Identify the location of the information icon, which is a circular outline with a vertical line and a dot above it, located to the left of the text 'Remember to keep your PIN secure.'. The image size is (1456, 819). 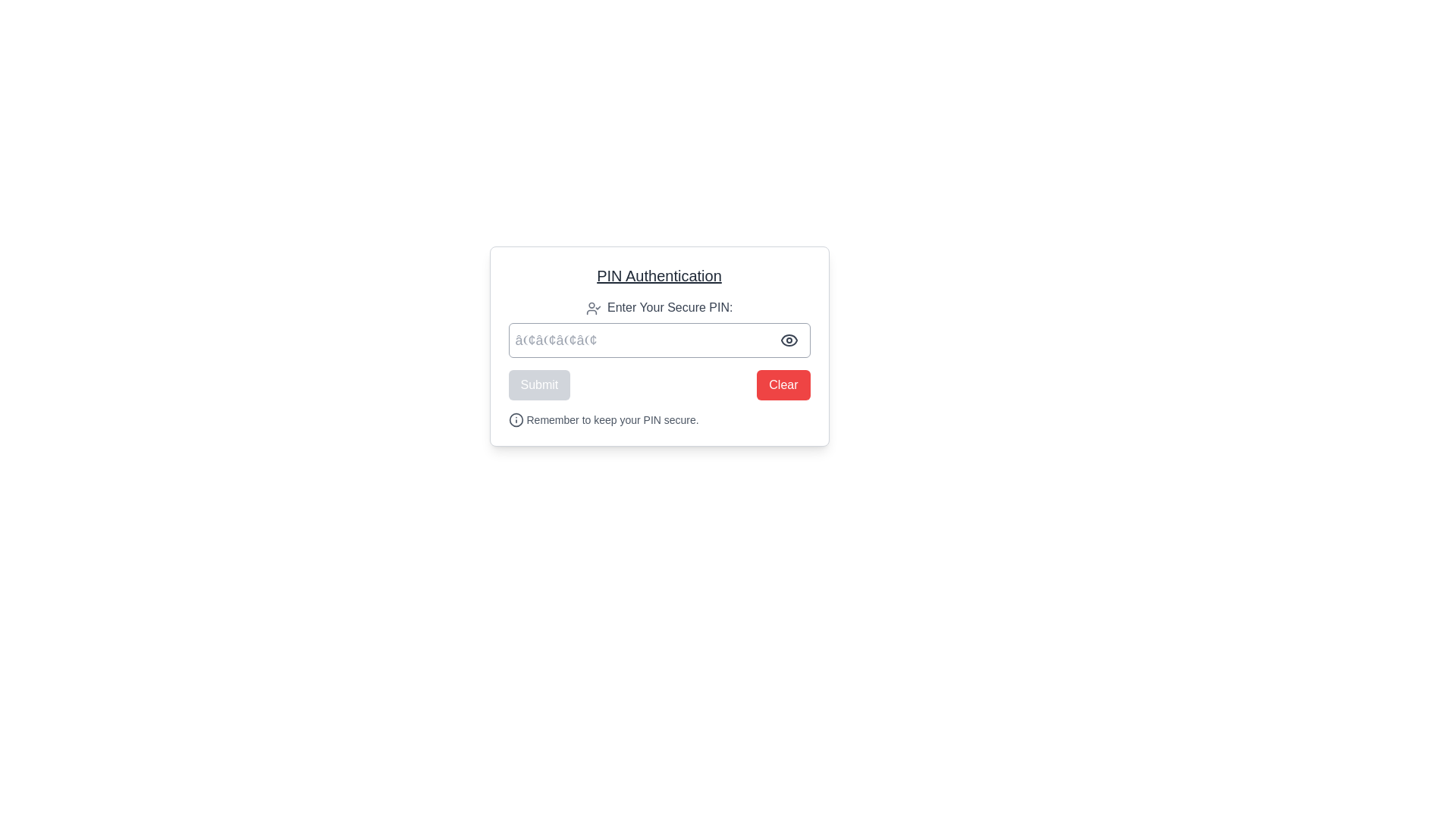
(516, 420).